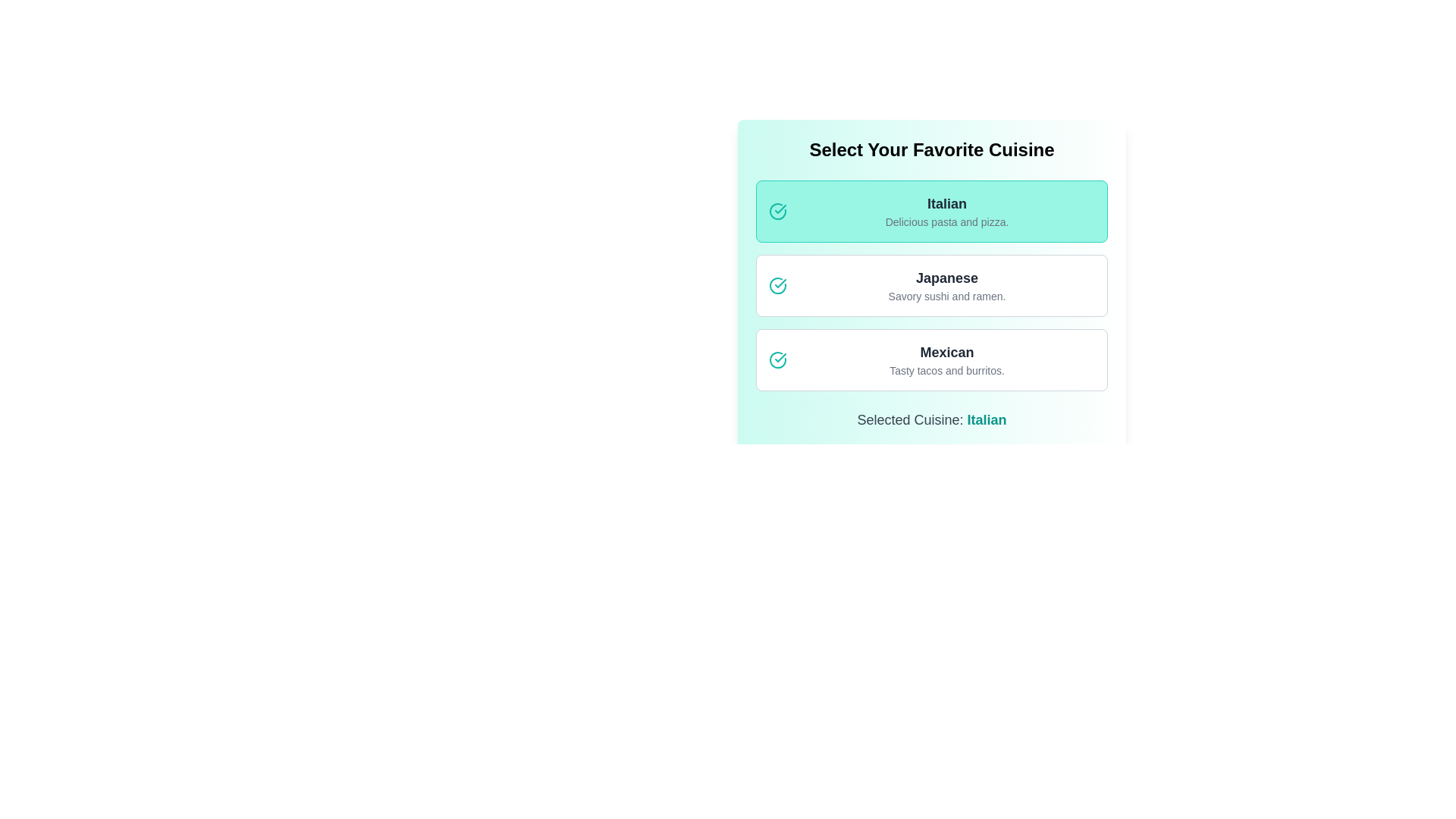 This screenshot has width=1456, height=819. Describe the element at coordinates (778, 286) in the screenshot. I see `the selection icon for the 'Japanese' list item, which indicates that this option is currently active` at that location.